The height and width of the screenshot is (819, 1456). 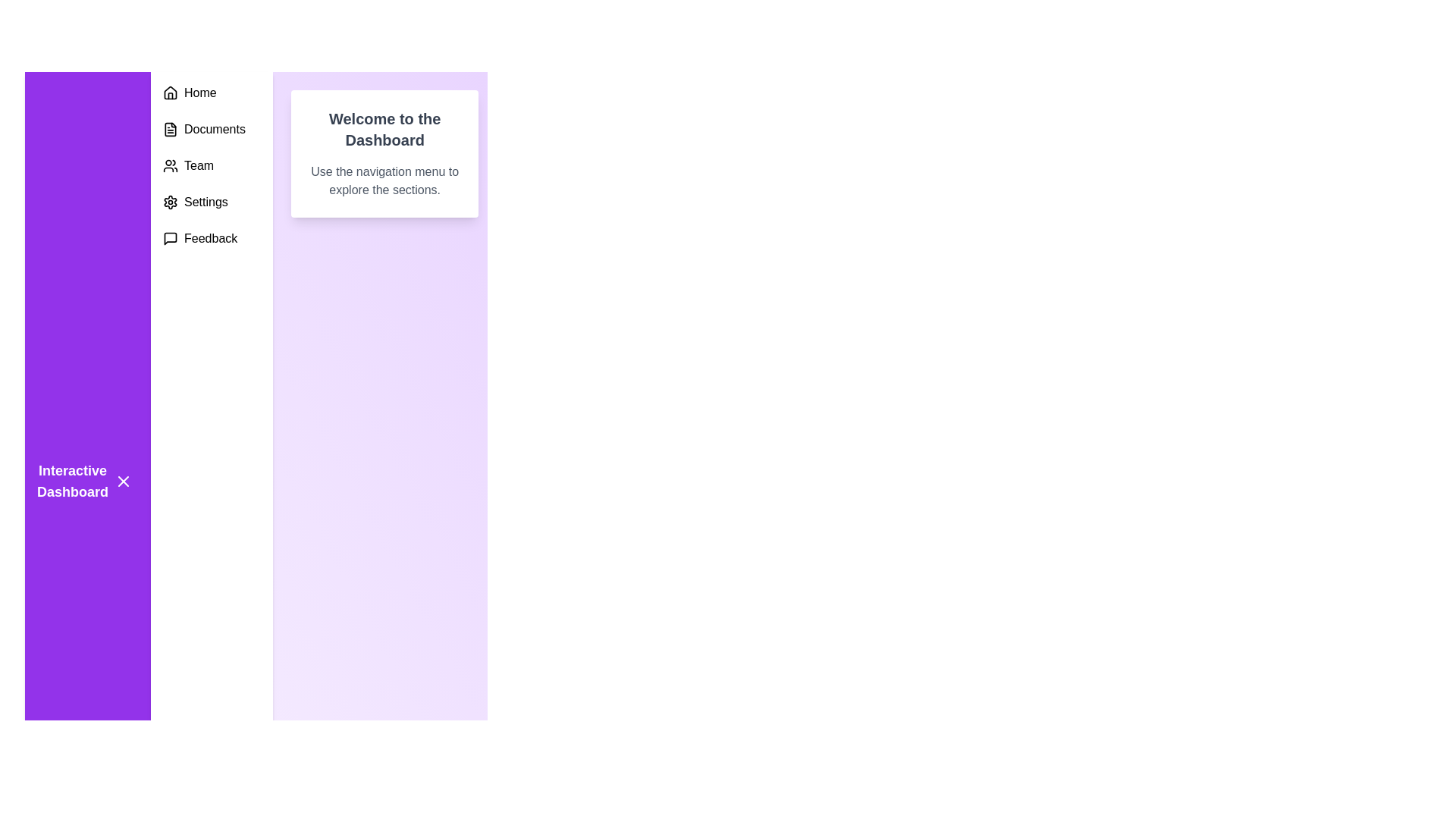 I want to click on the 'Feedback' menu option, which consists of the label 'Feedback' next to a speech bubble icon located at the bottom of the left-hand side vertical menu, so click(x=210, y=239).